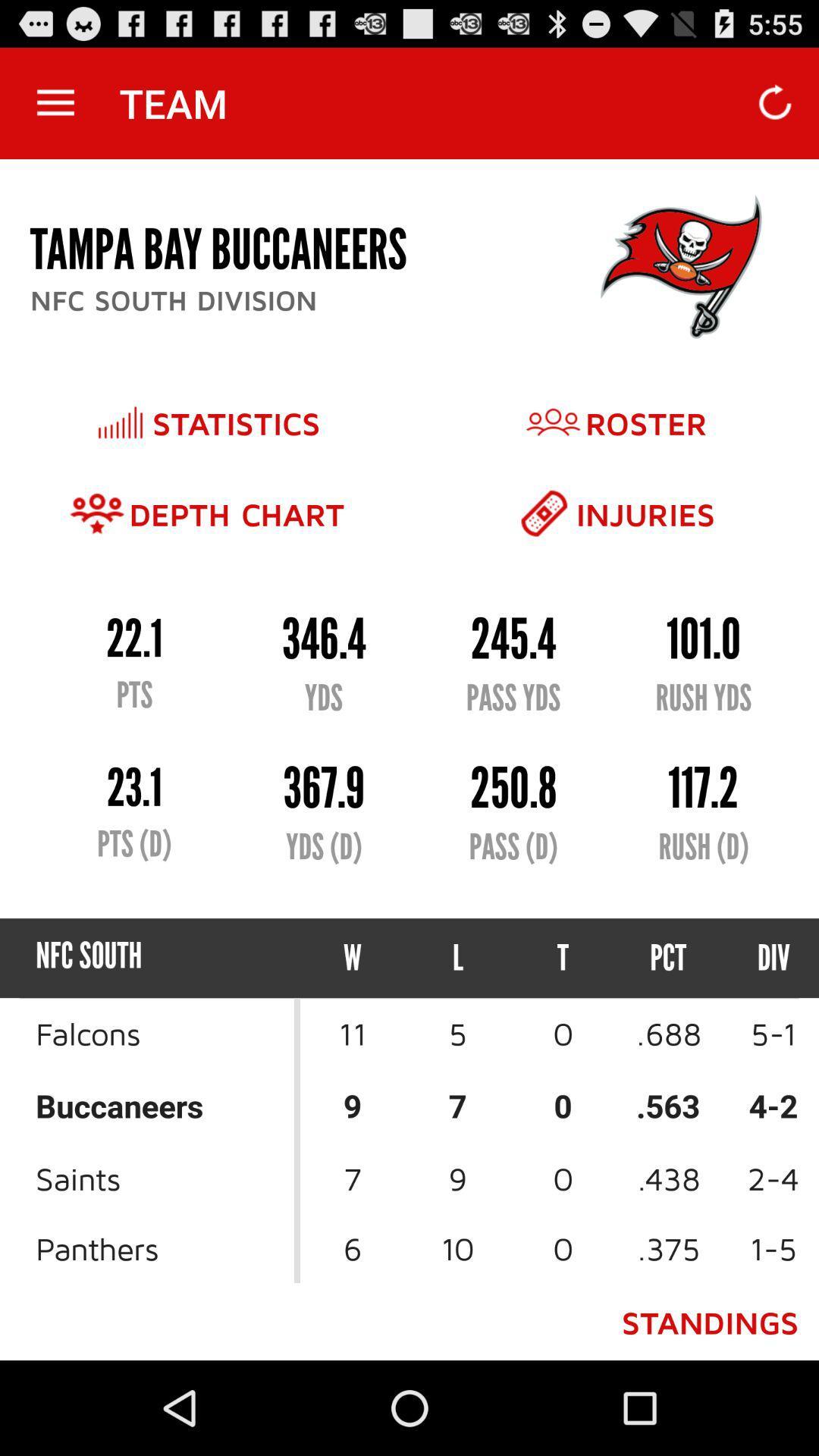  What do you see at coordinates (55, 102) in the screenshot?
I see `icon to the left of the team` at bounding box center [55, 102].